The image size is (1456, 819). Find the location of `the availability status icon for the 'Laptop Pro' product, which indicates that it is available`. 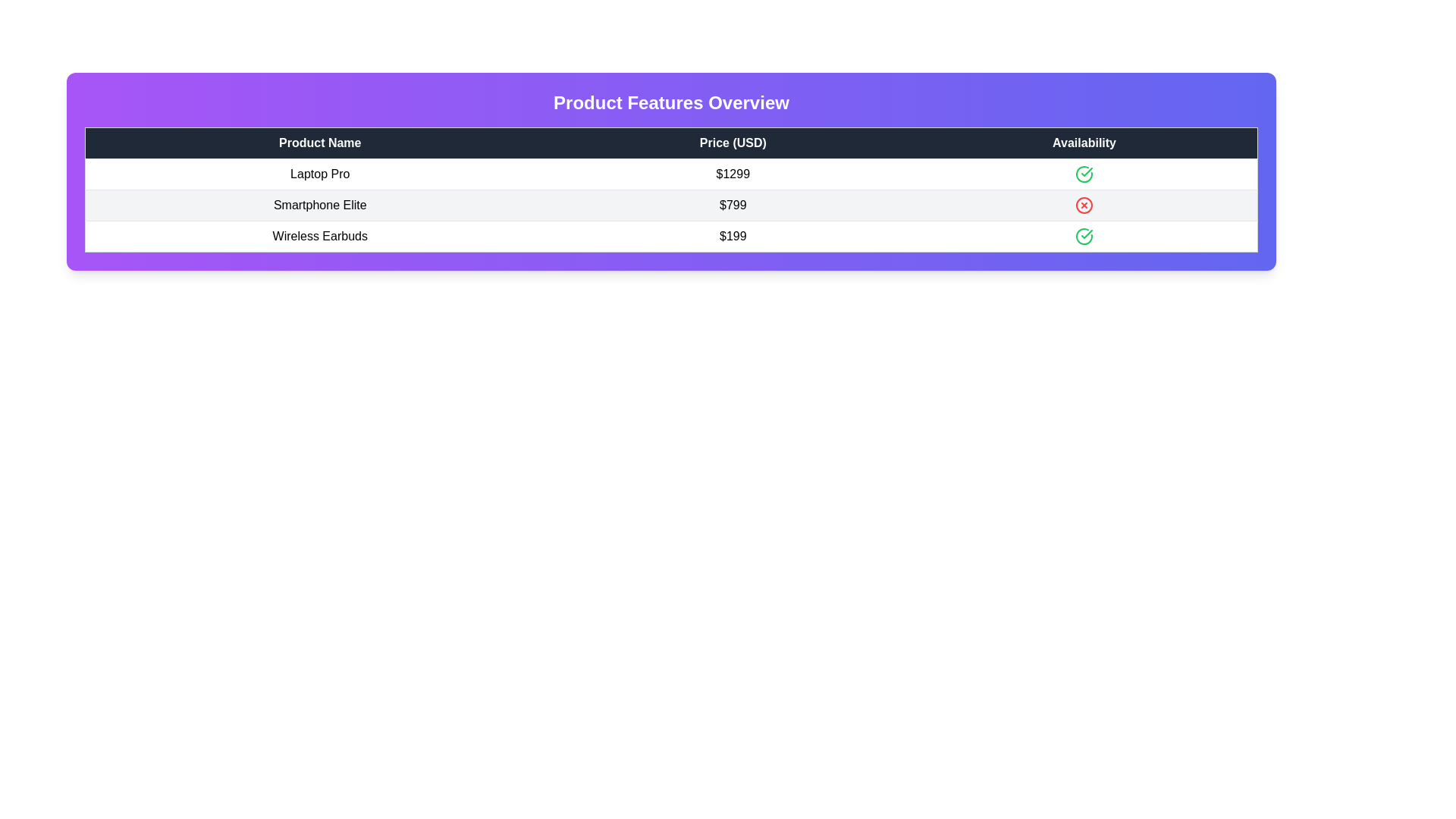

the availability status icon for the 'Laptop Pro' product, which indicates that it is available is located at coordinates (1086, 234).